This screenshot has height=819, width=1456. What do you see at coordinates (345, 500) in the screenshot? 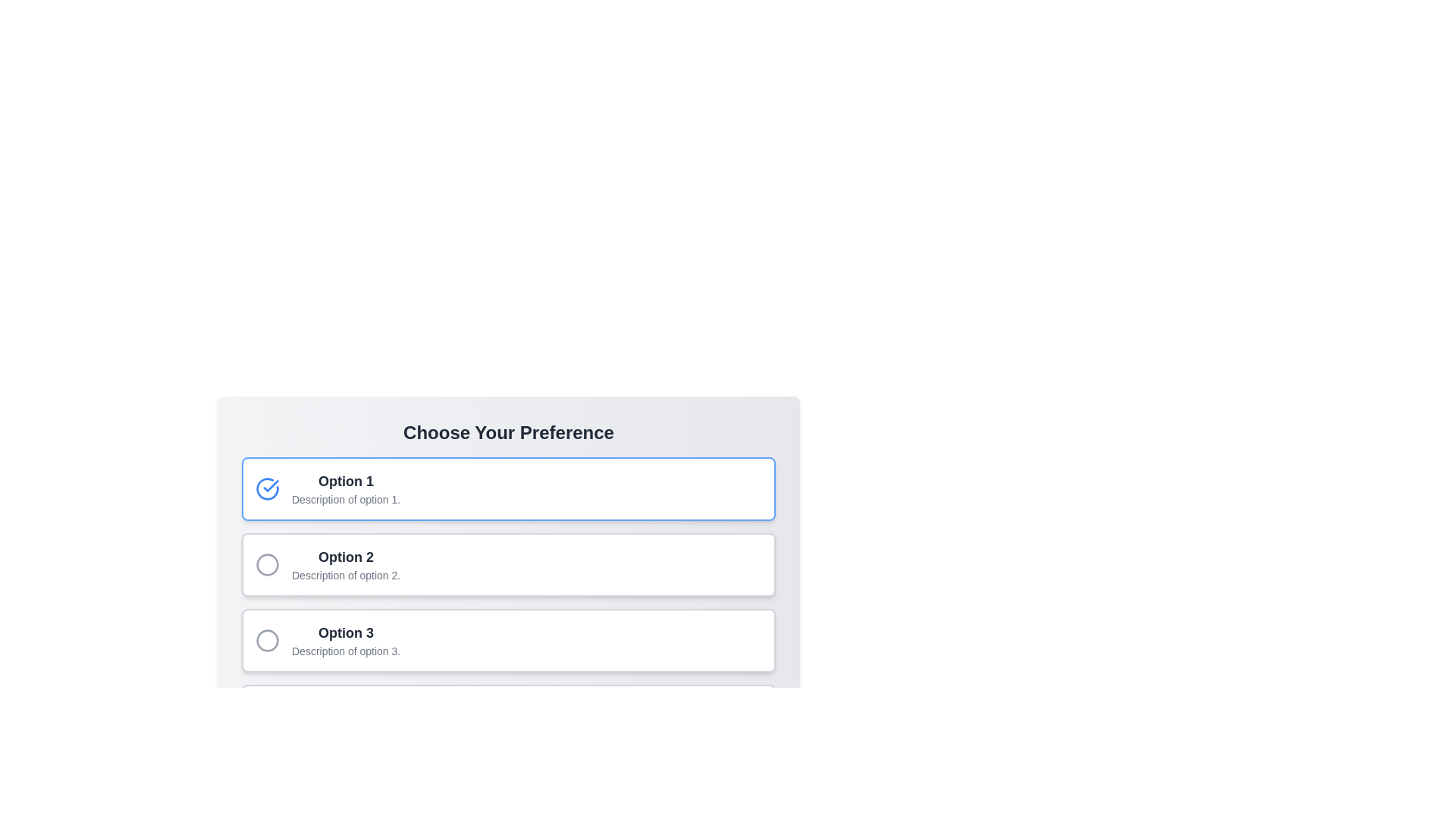
I see `the informational text element located directly underneath 'Option 1' within its card` at bounding box center [345, 500].